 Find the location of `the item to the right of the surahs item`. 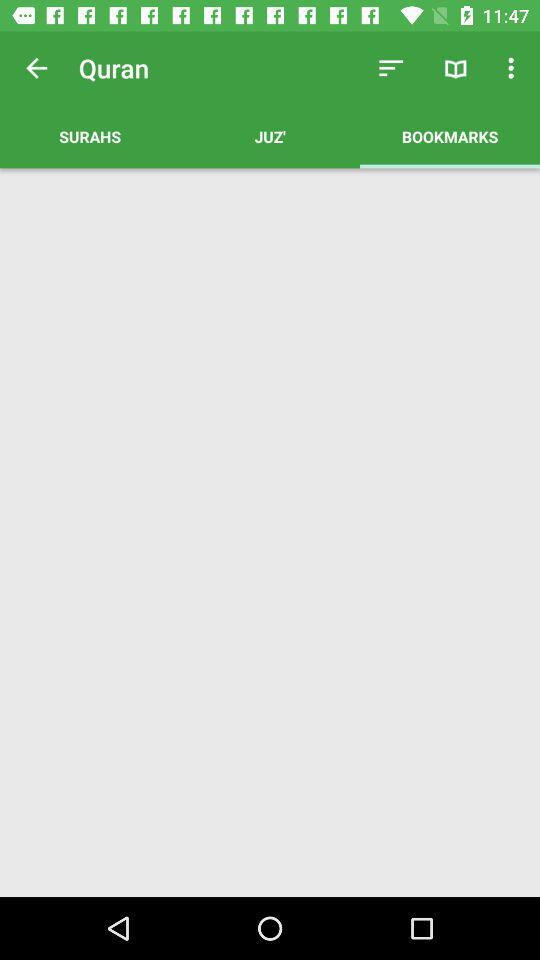

the item to the right of the surahs item is located at coordinates (270, 135).